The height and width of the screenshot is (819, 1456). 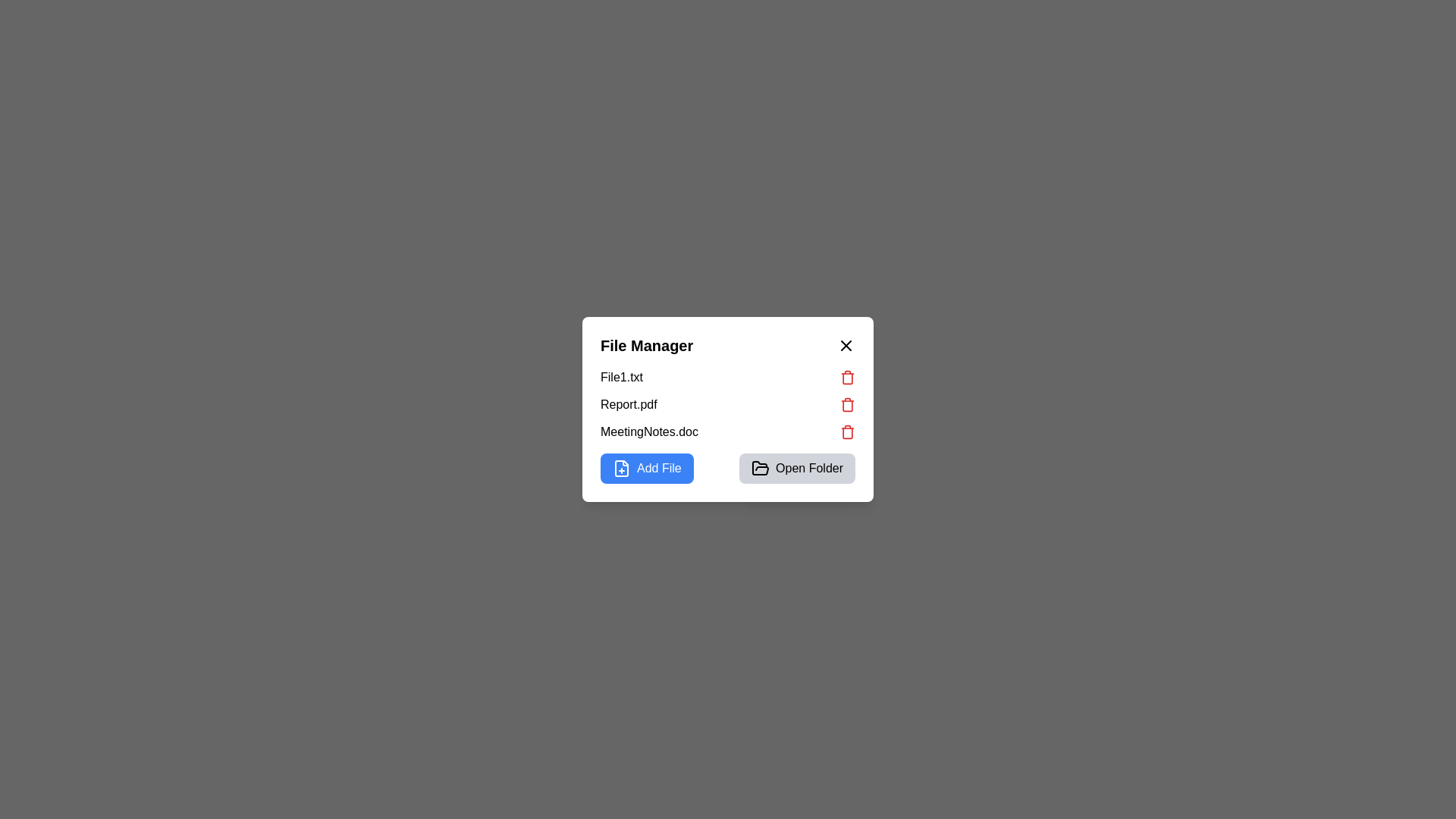 What do you see at coordinates (761, 467) in the screenshot?
I see `the 'Open Folder' icon located on the left side of the 'Open Folder' button at the bottom-right corner of the modal dialog box` at bounding box center [761, 467].